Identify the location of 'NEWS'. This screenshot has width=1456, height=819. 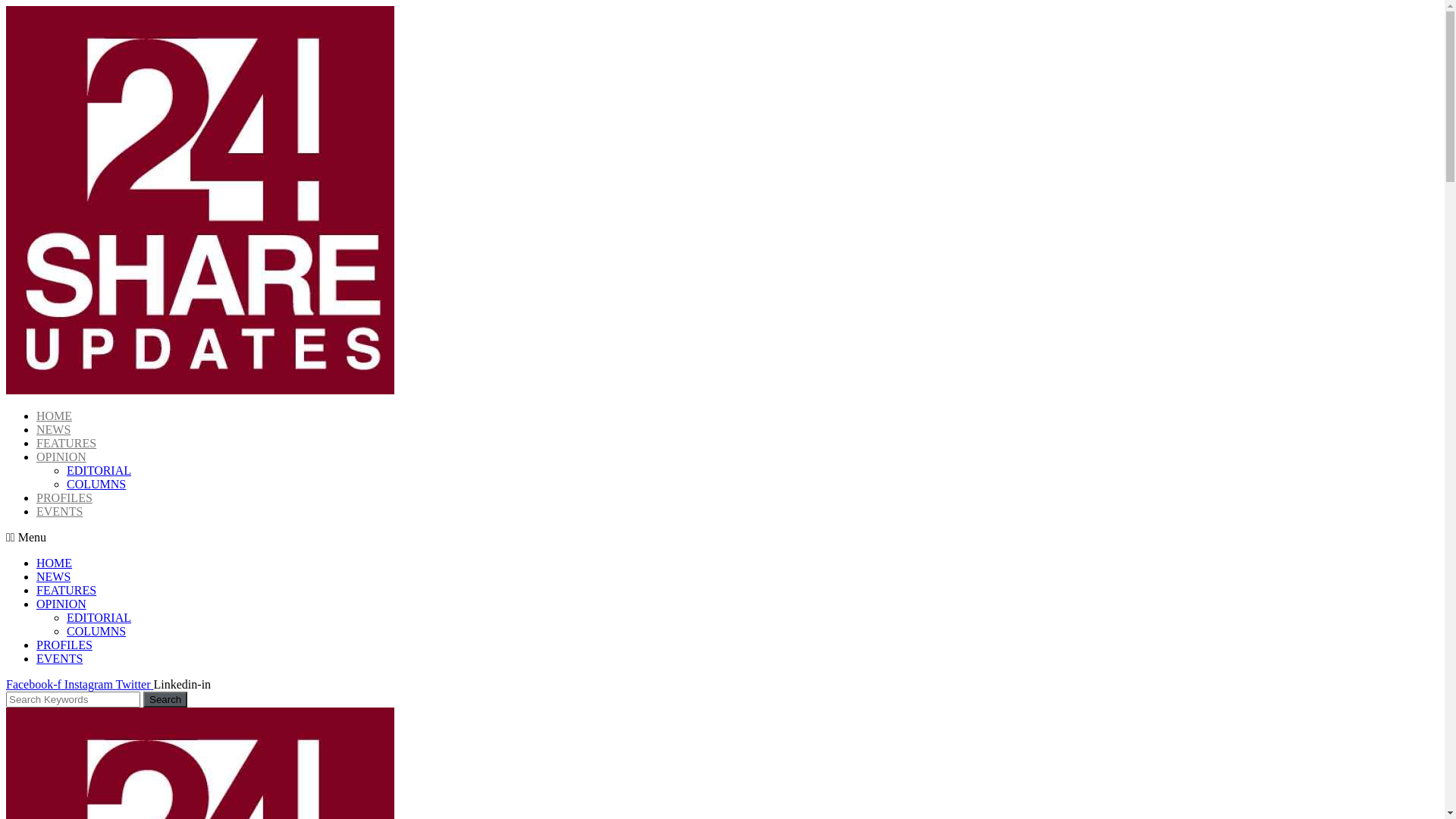
(53, 429).